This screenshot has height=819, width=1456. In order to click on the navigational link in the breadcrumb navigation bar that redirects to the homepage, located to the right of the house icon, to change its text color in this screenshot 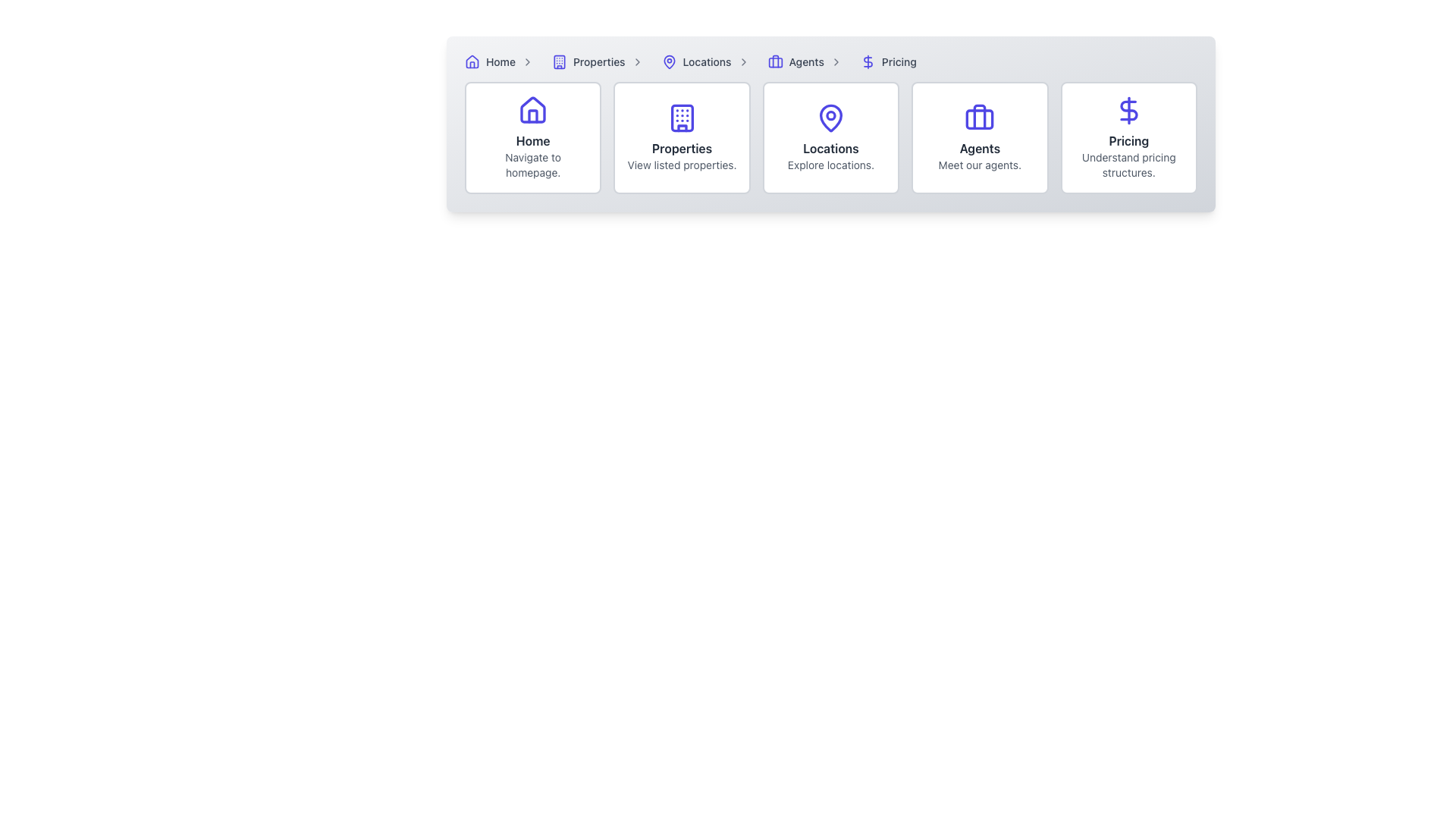, I will do `click(500, 61)`.